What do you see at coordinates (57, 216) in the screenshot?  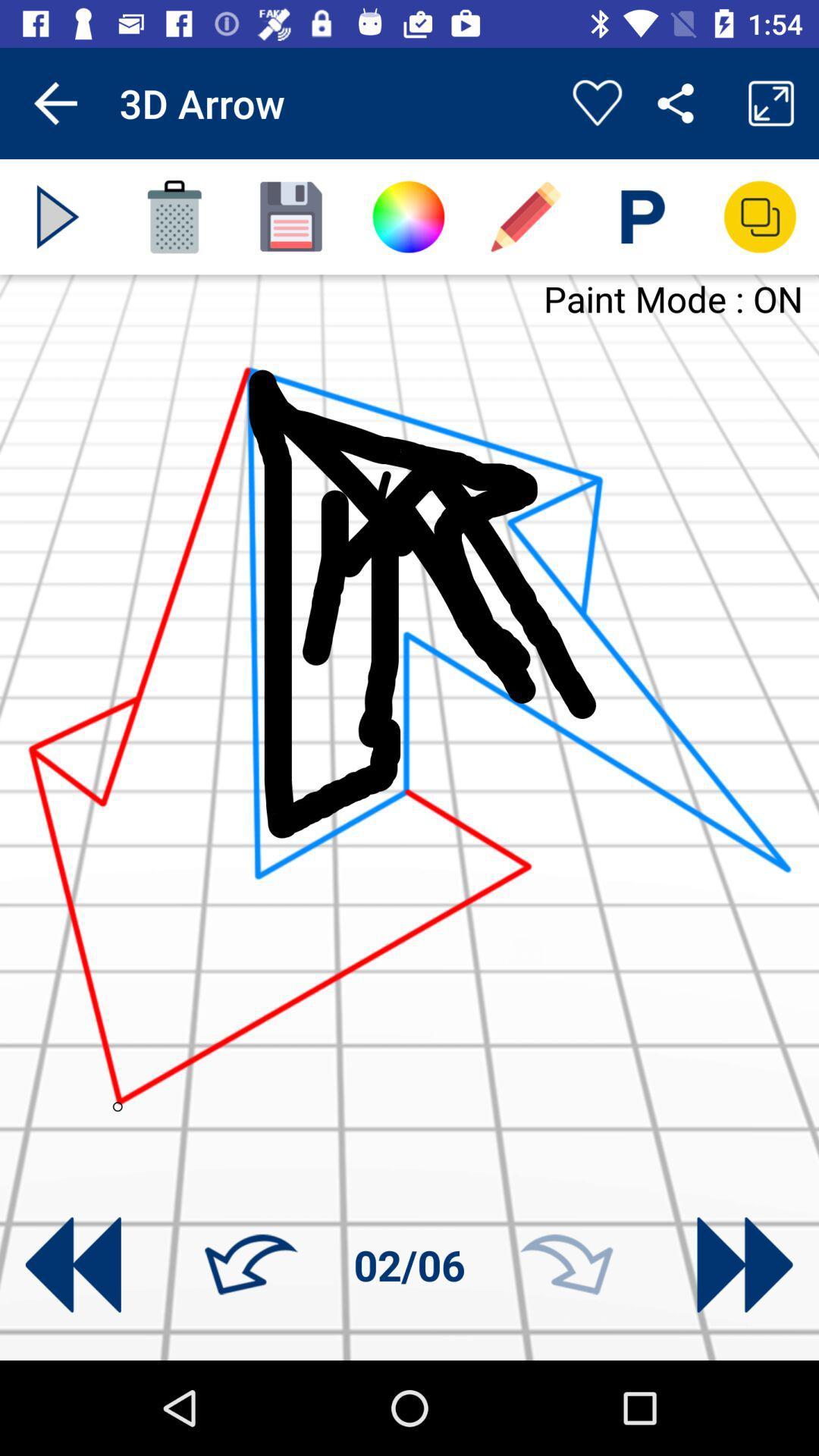 I see `advance` at bounding box center [57, 216].